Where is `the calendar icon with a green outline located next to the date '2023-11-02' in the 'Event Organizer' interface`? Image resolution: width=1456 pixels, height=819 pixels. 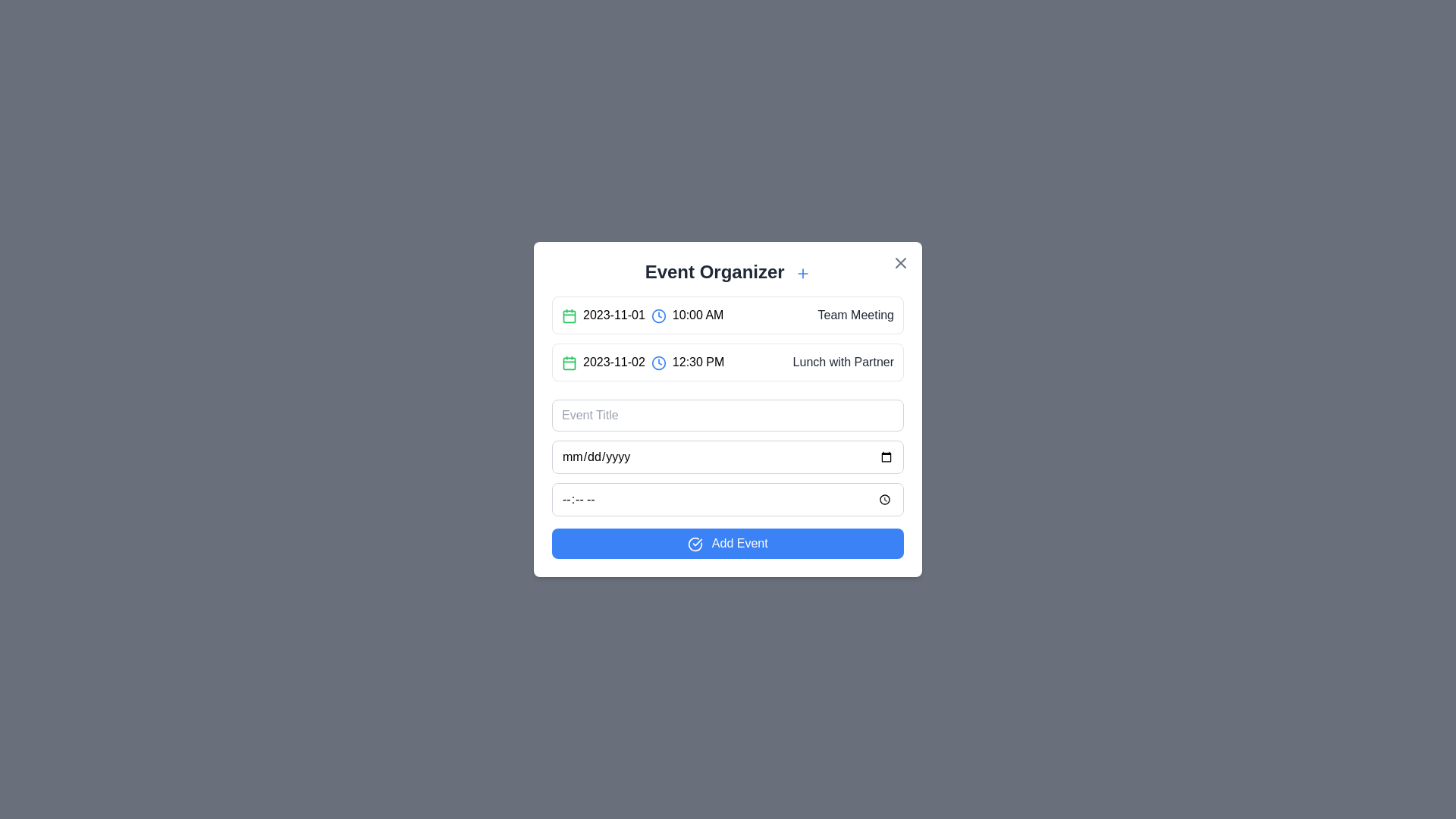
the calendar icon with a green outline located next to the date '2023-11-02' in the 'Event Organizer' interface is located at coordinates (568, 362).